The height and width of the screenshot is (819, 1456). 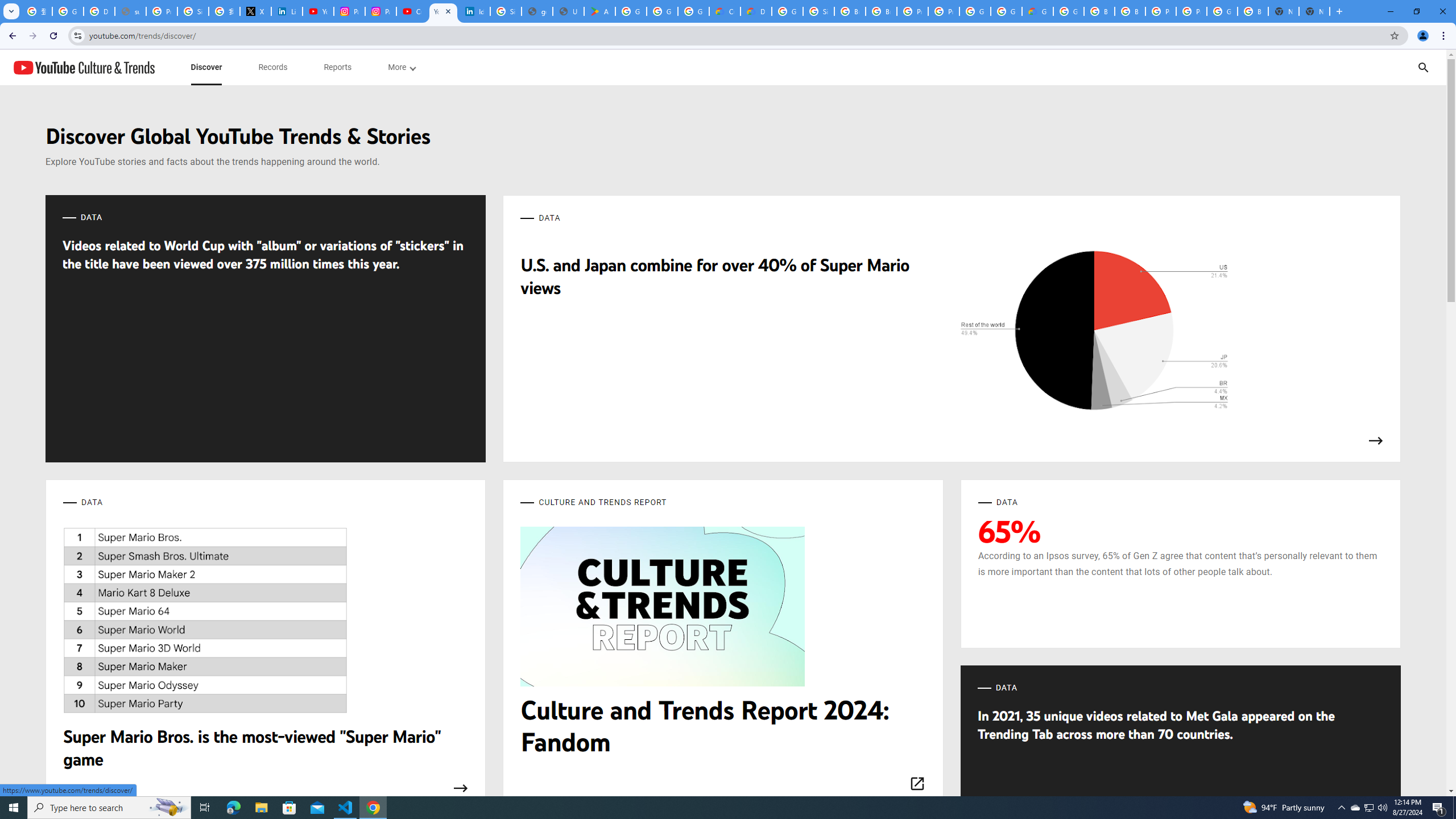 What do you see at coordinates (337, 67) in the screenshot?
I see `'subnav-Reports menupopup'` at bounding box center [337, 67].